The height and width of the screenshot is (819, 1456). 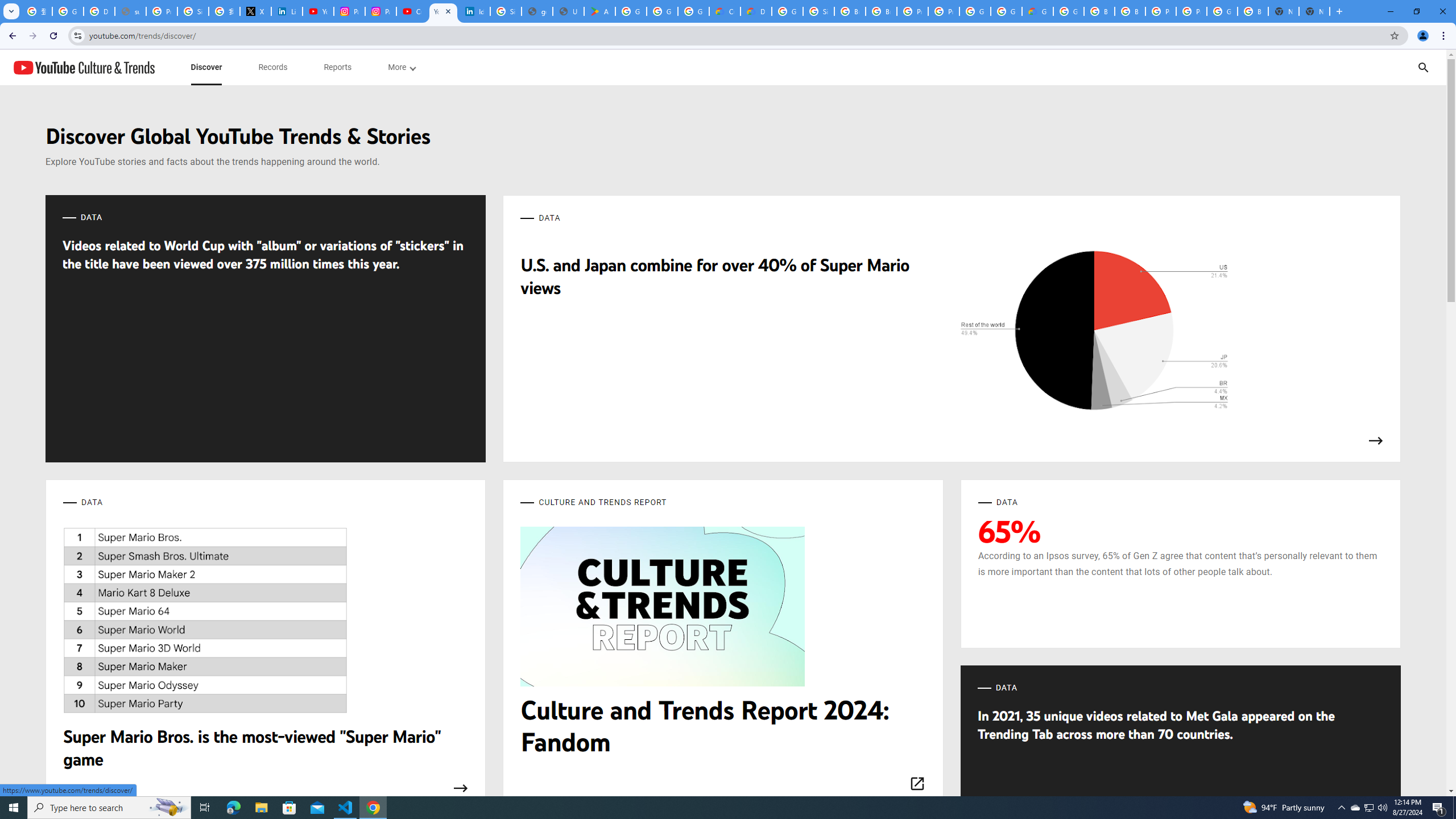 What do you see at coordinates (337, 67) in the screenshot?
I see `'subnav-Reports menupopup'` at bounding box center [337, 67].